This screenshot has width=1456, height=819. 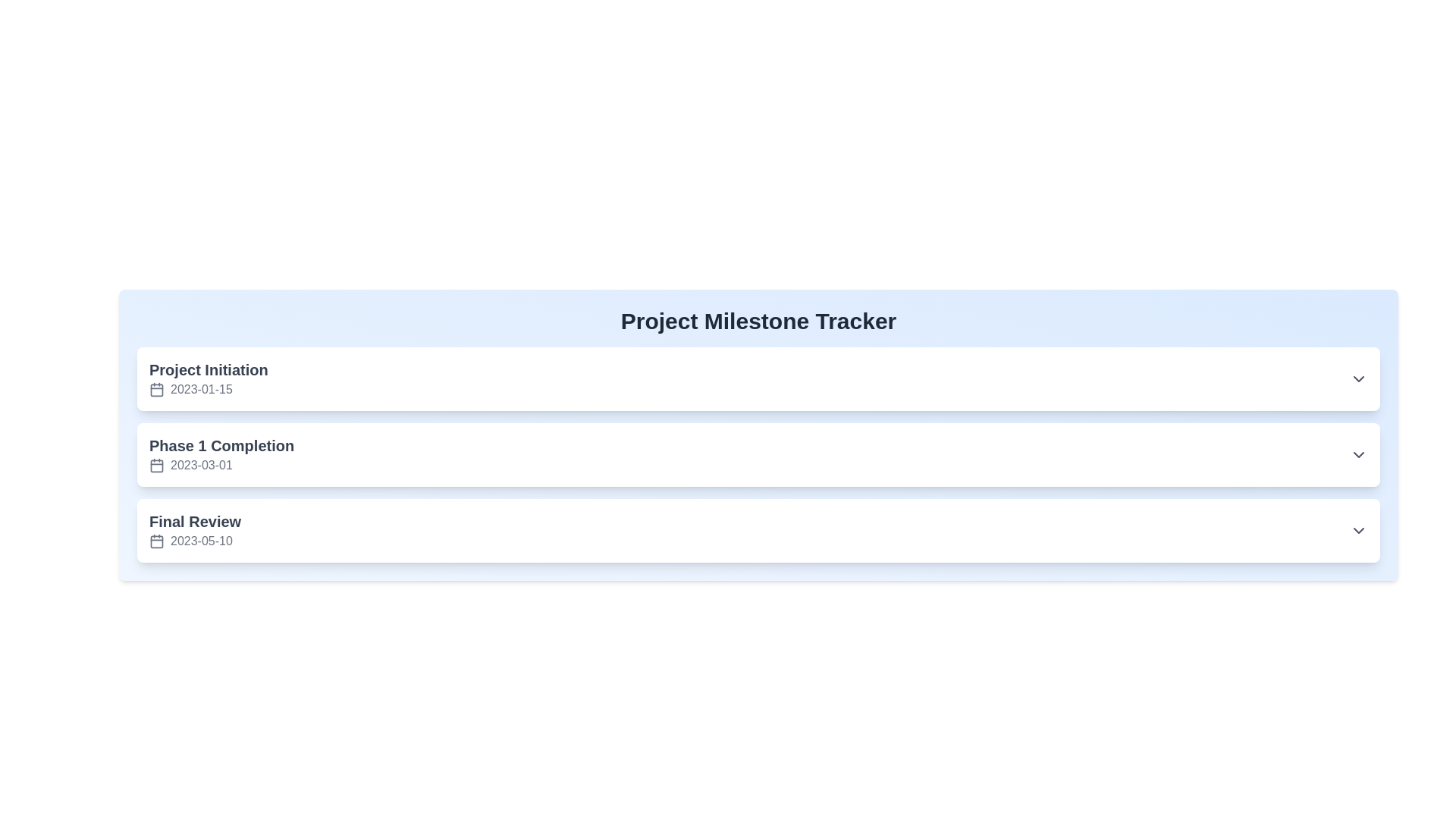 What do you see at coordinates (200, 540) in the screenshot?
I see `date information displayed in the text label showing '2023-05-10', which is styled in gray font and located next to a calendar icon within the 'Final Review' section` at bounding box center [200, 540].